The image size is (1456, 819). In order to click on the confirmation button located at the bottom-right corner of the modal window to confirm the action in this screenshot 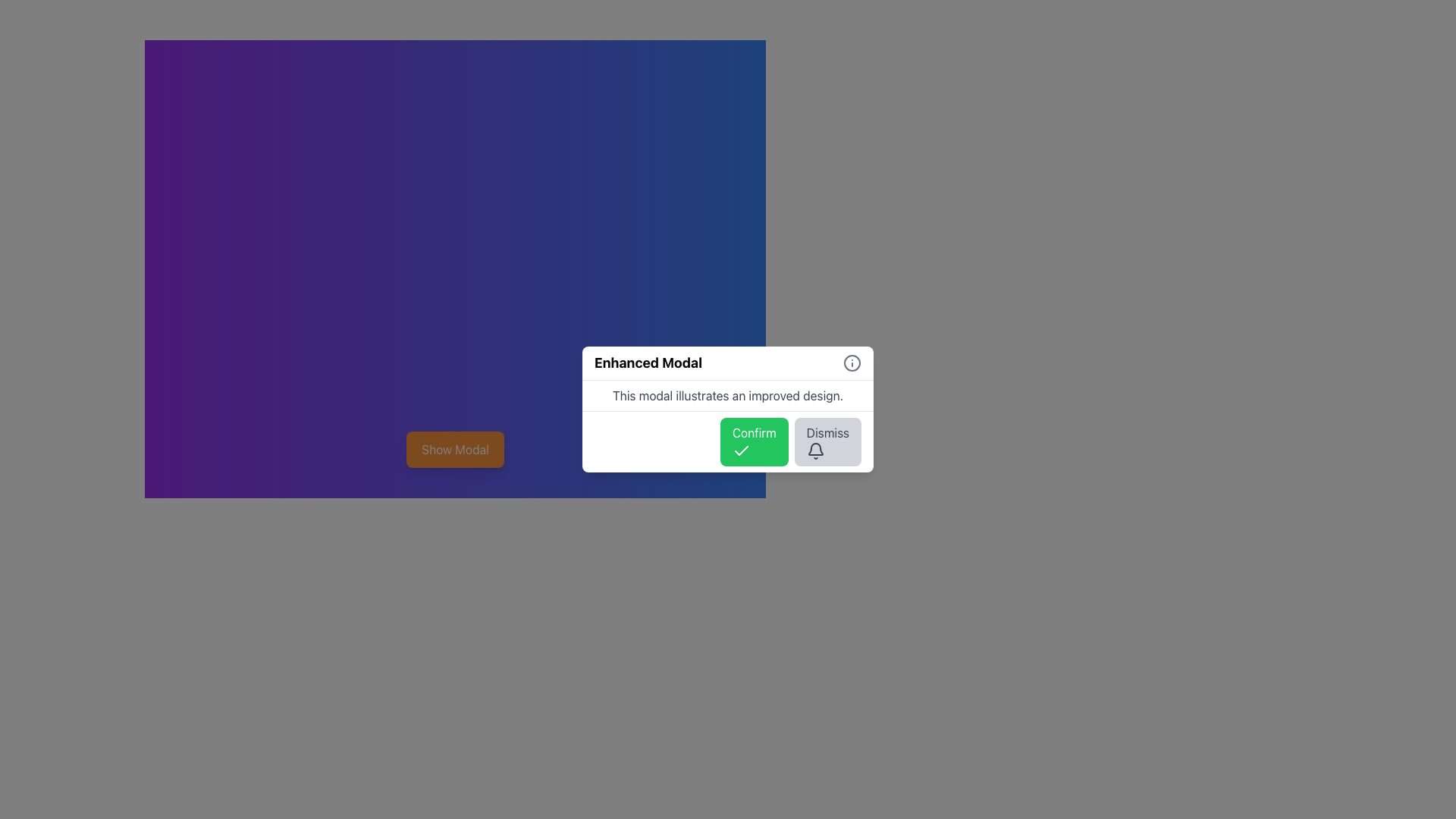, I will do `click(728, 441)`.